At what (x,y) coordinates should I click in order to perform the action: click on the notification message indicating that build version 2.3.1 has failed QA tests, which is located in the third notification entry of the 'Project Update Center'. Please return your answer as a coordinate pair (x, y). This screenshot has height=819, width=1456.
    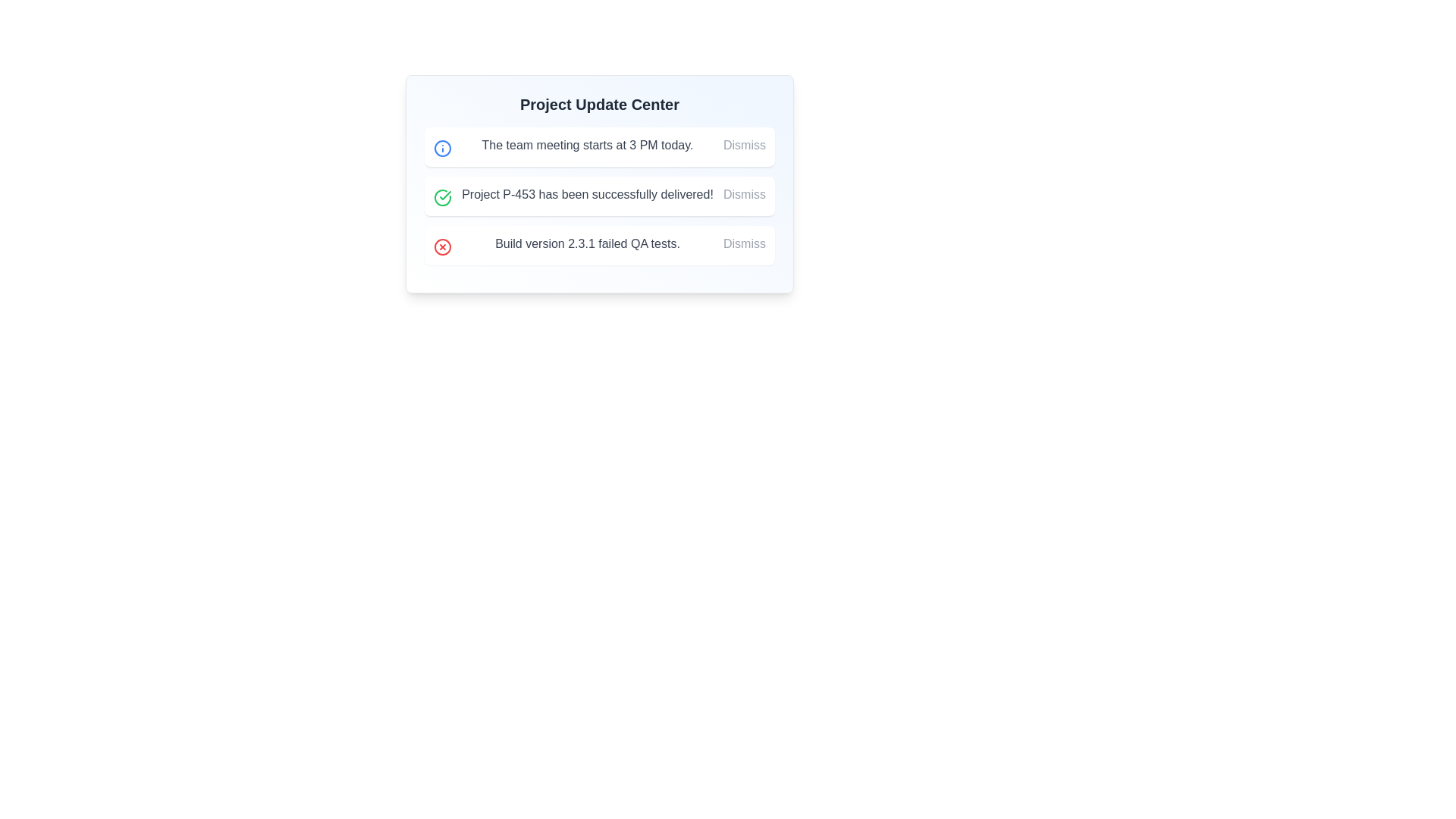
    Looking at the image, I should click on (586, 243).